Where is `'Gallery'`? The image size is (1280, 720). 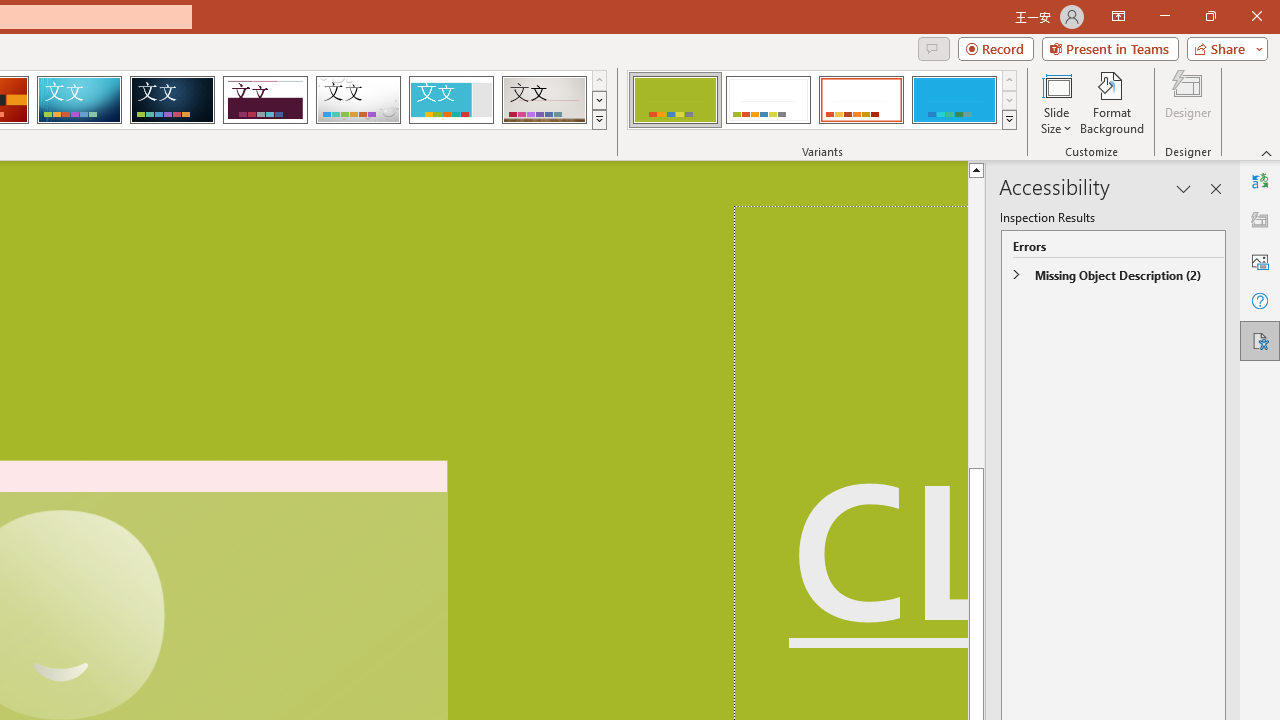 'Gallery' is located at coordinates (544, 100).